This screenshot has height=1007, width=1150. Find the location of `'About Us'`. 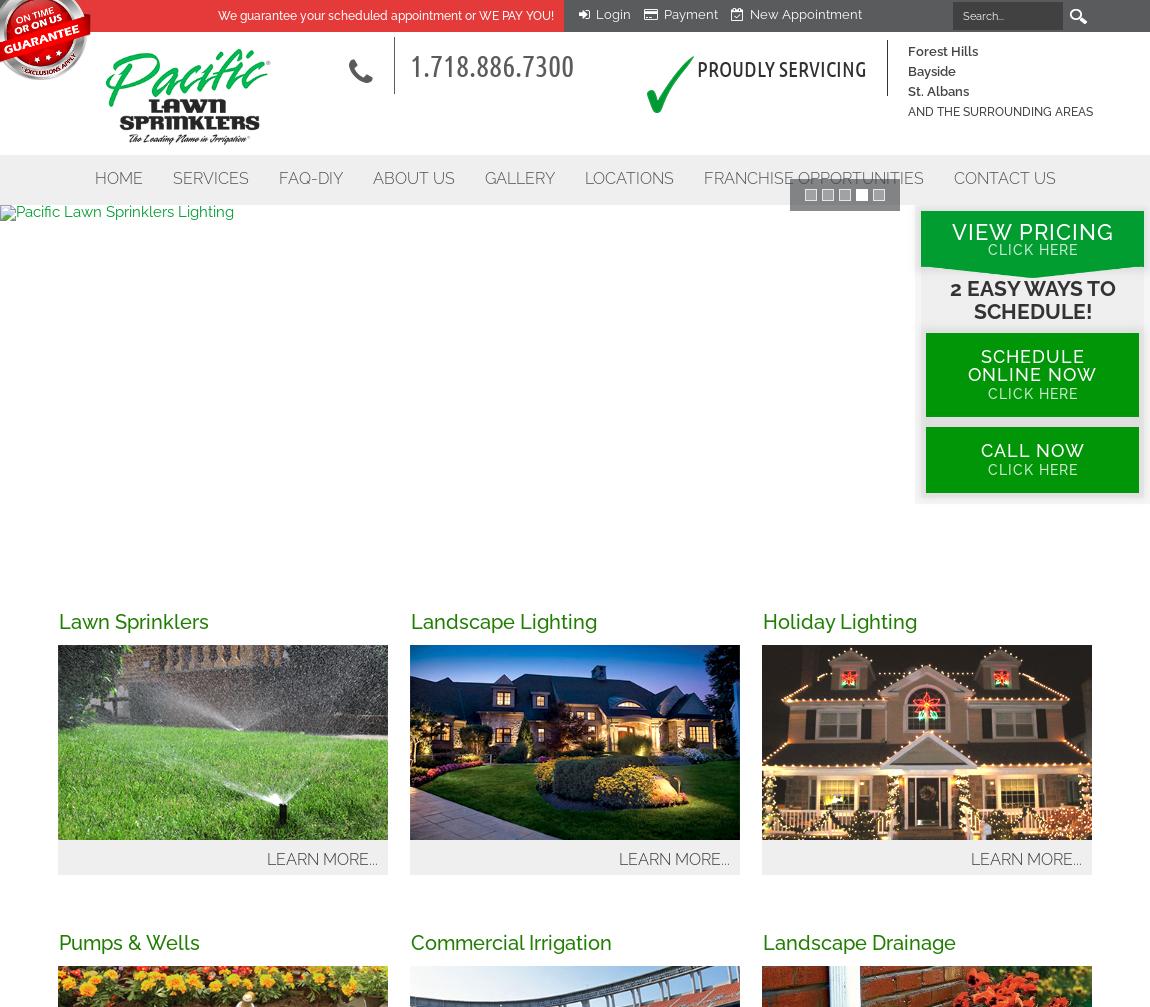

'About Us' is located at coordinates (412, 178).